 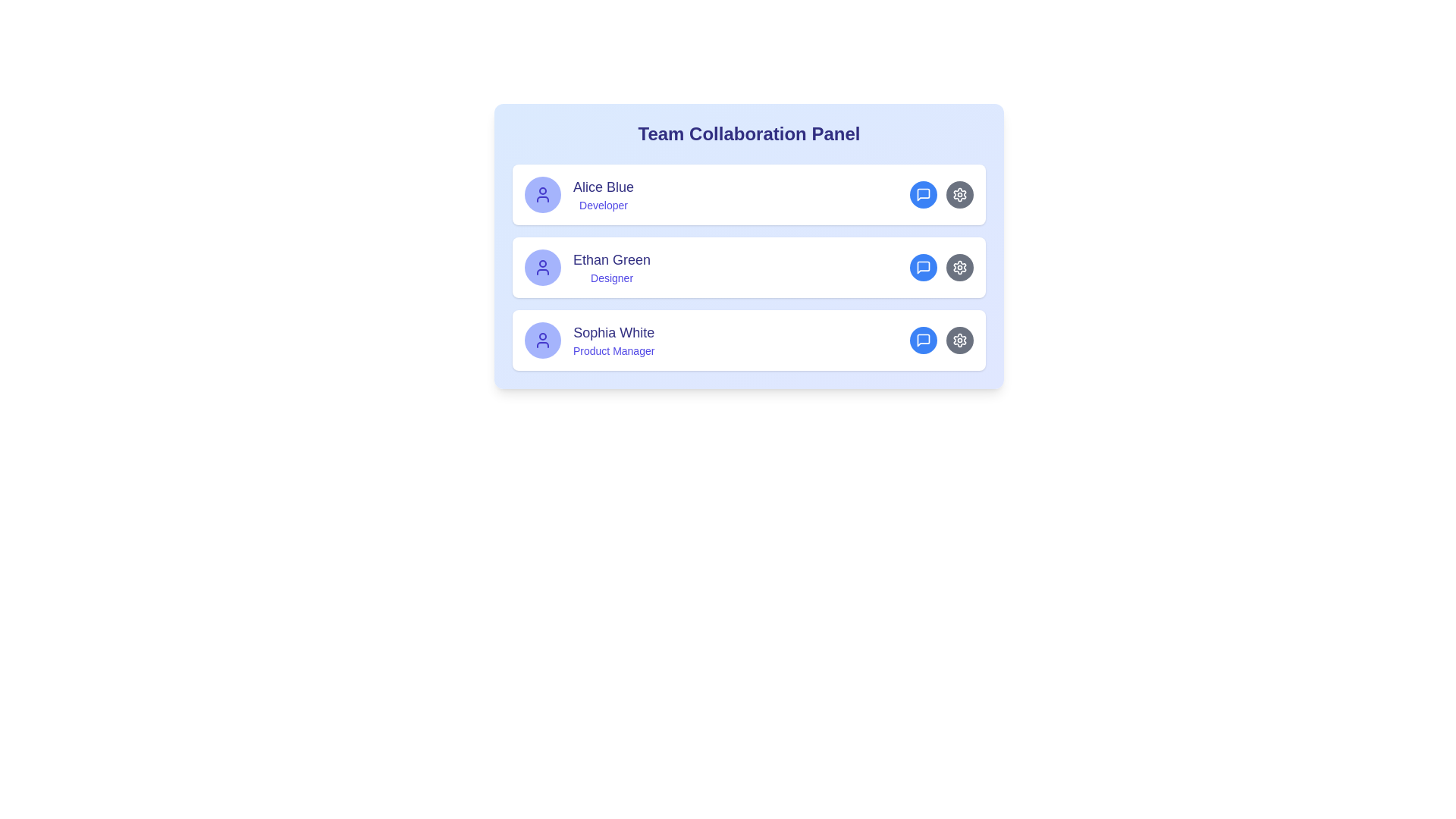 What do you see at coordinates (959, 267) in the screenshot?
I see `the gray cogwheel icon in the second row of the team member list` at bounding box center [959, 267].